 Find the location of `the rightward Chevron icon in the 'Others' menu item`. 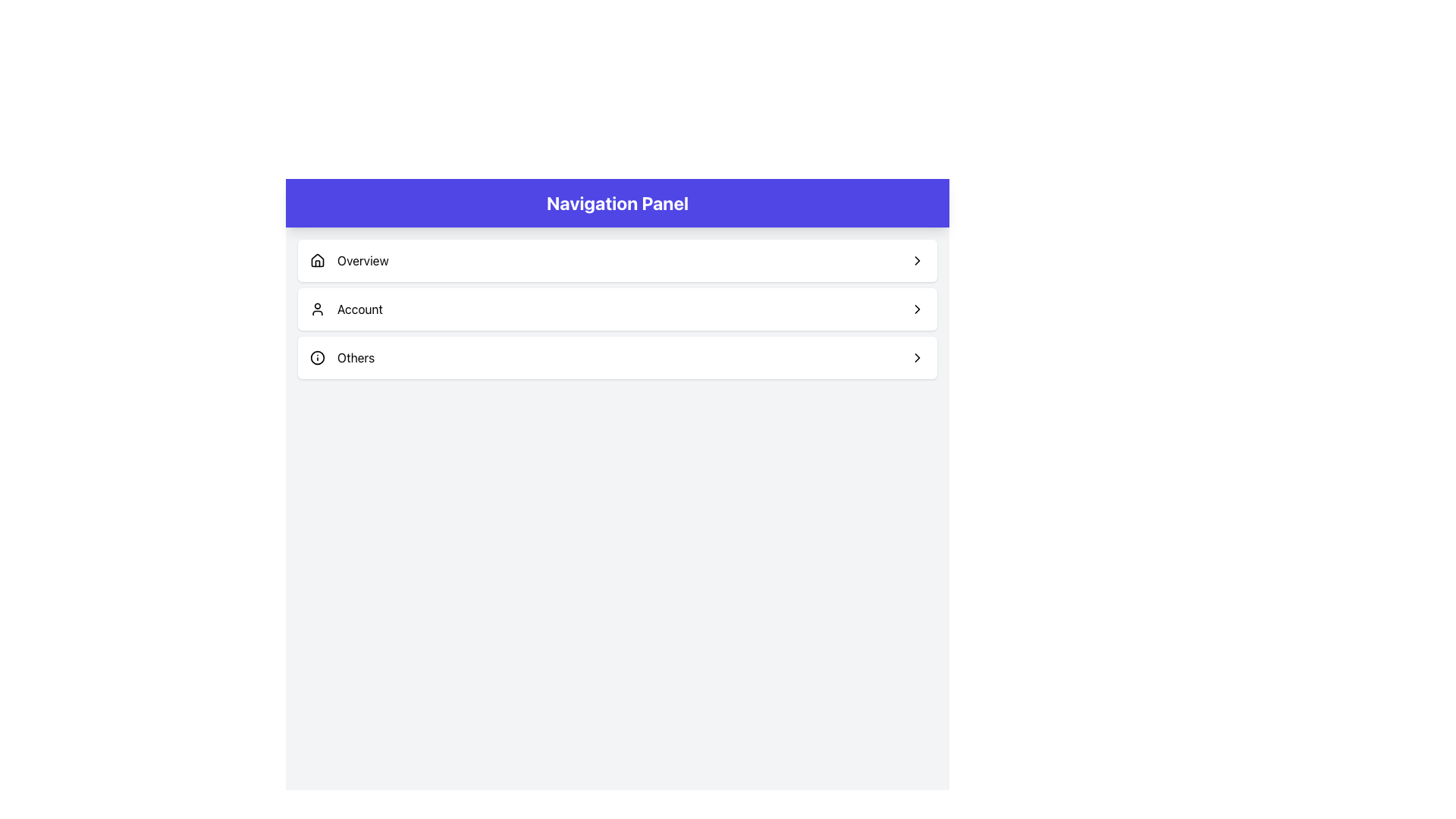

the rightward Chevron icon in the 'Others' menu item is located at coordinates (916, 357).